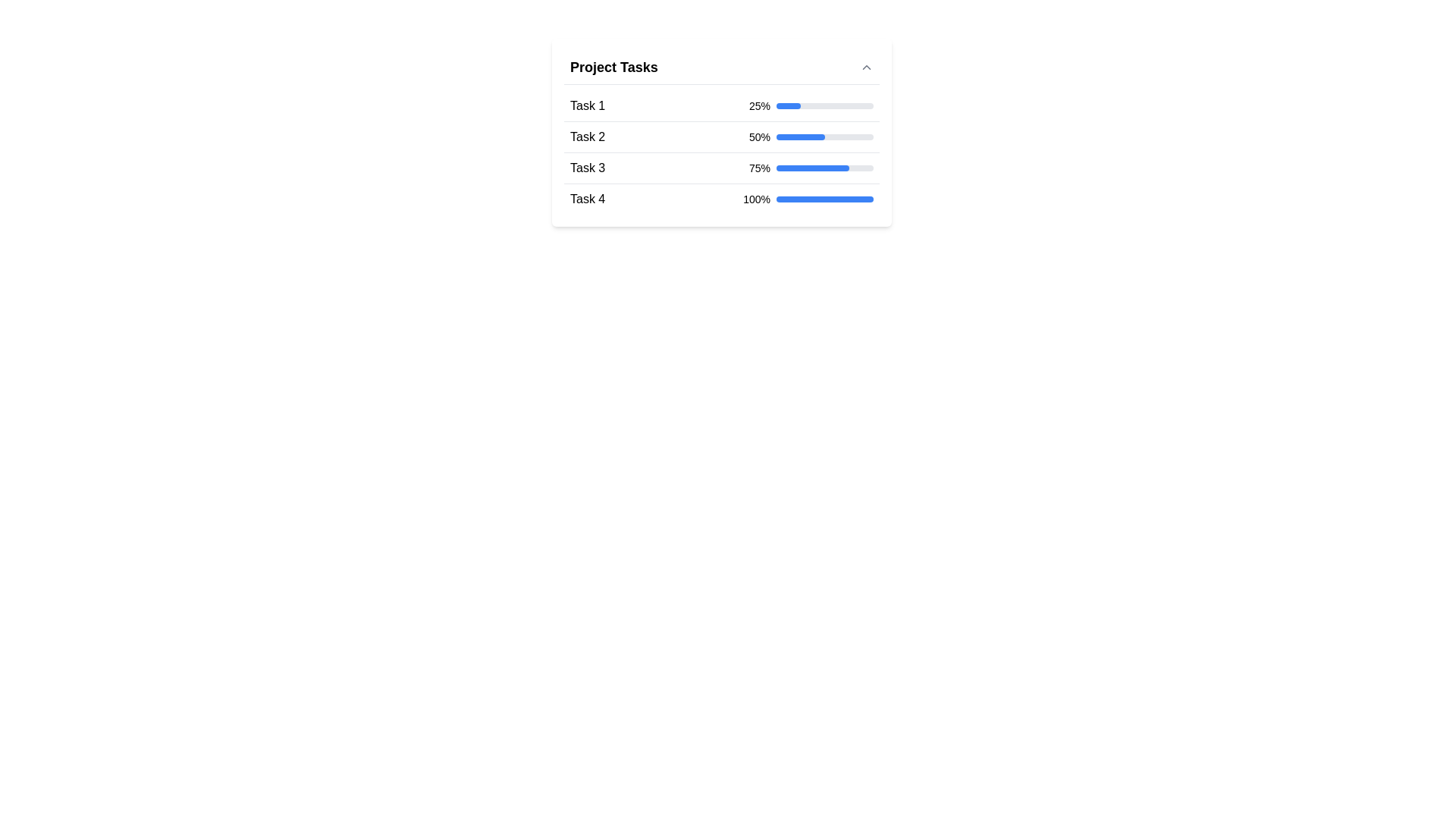  What do you see at coordinates (866, 66) in the screenshot?
I see `the upward-pointing chevron icon button located at the top-right corner of the 'Project Tasks' section` at bounding box center [866, 66].